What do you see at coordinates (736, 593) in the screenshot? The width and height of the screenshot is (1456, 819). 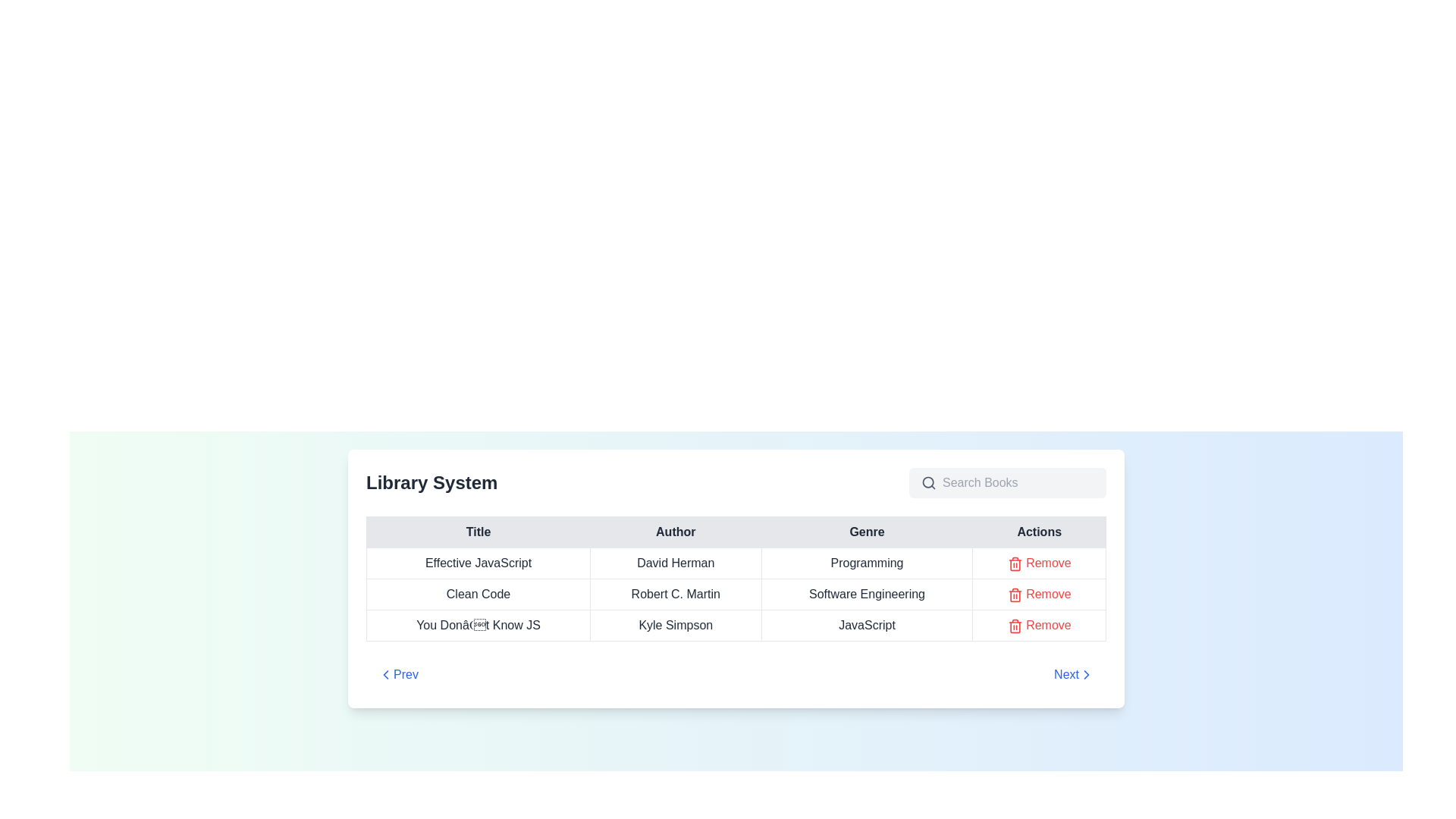 I see `the second row of the table displaying information about the book 'Clean Code' by Robert C. Martin, which includes a 'Remove' action button` at bounding box center [736, 593].